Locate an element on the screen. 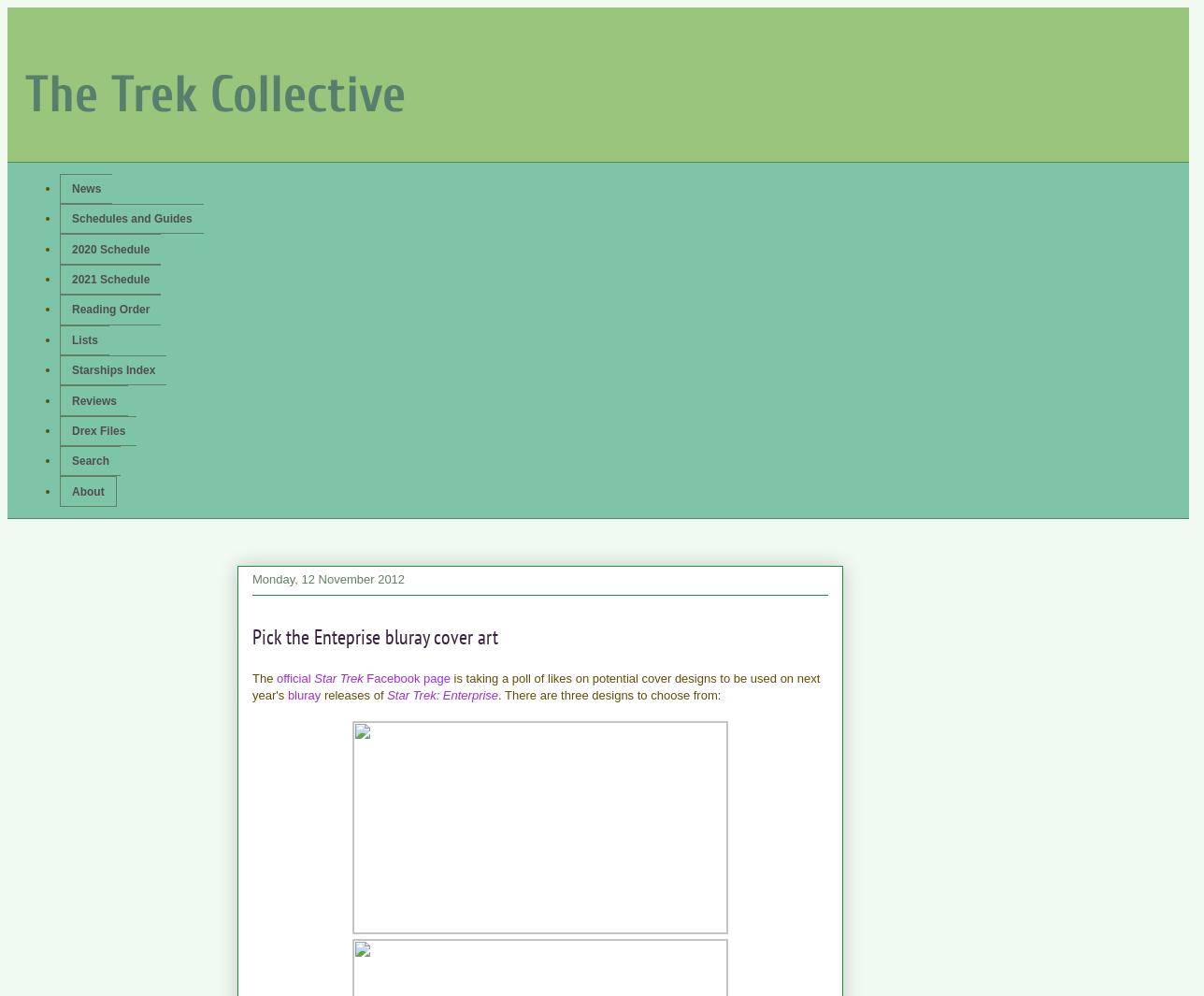  'Schedules and Guides' is located at coordinates (72, 217).